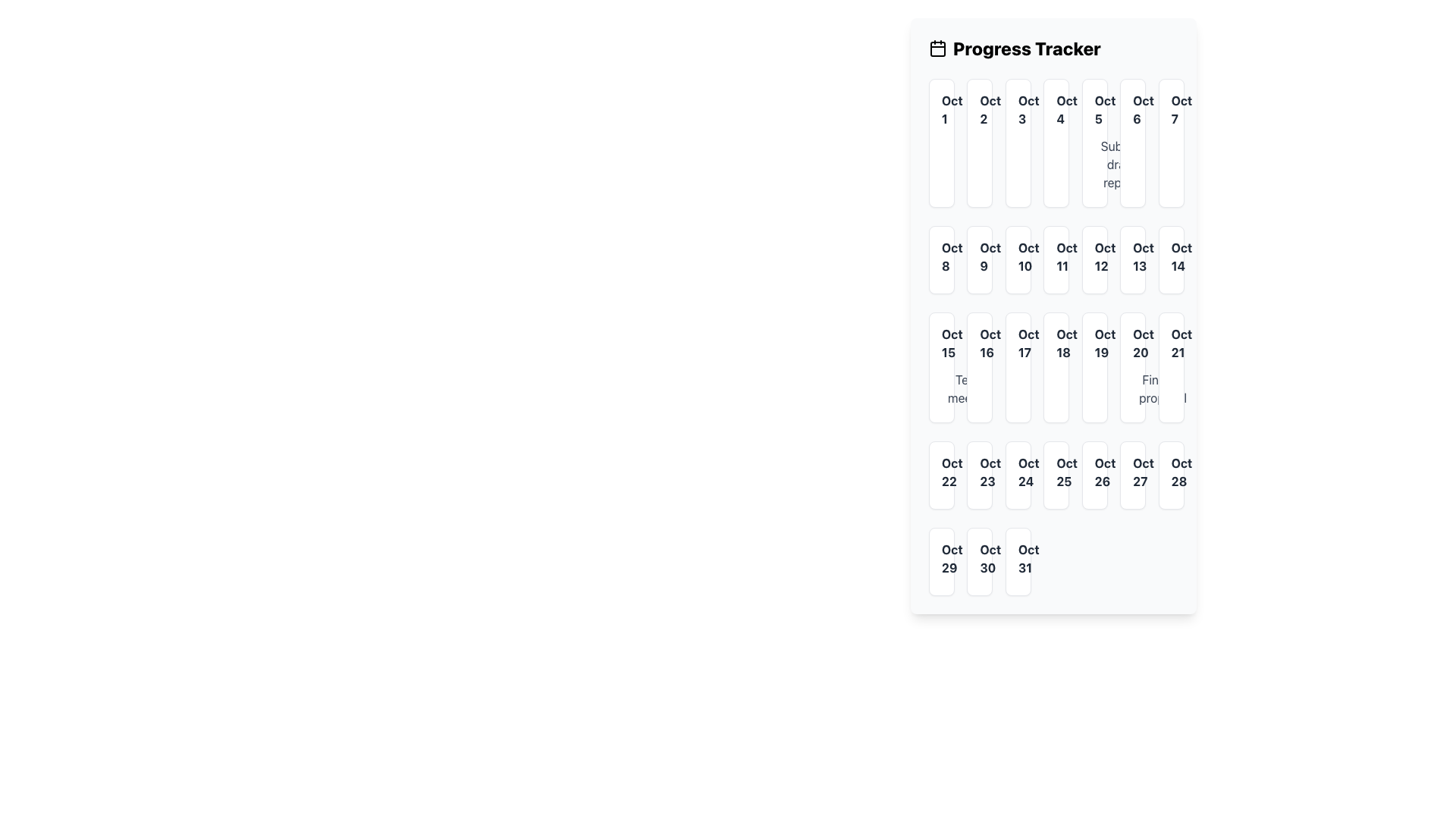 Image resolution: width=1456 pixels, height=819 pixels. Describe the element at coordinates (1056, 259) in the screenshot. I see `the Calendar Date Cell displaying 'Oct 11'` at that location.